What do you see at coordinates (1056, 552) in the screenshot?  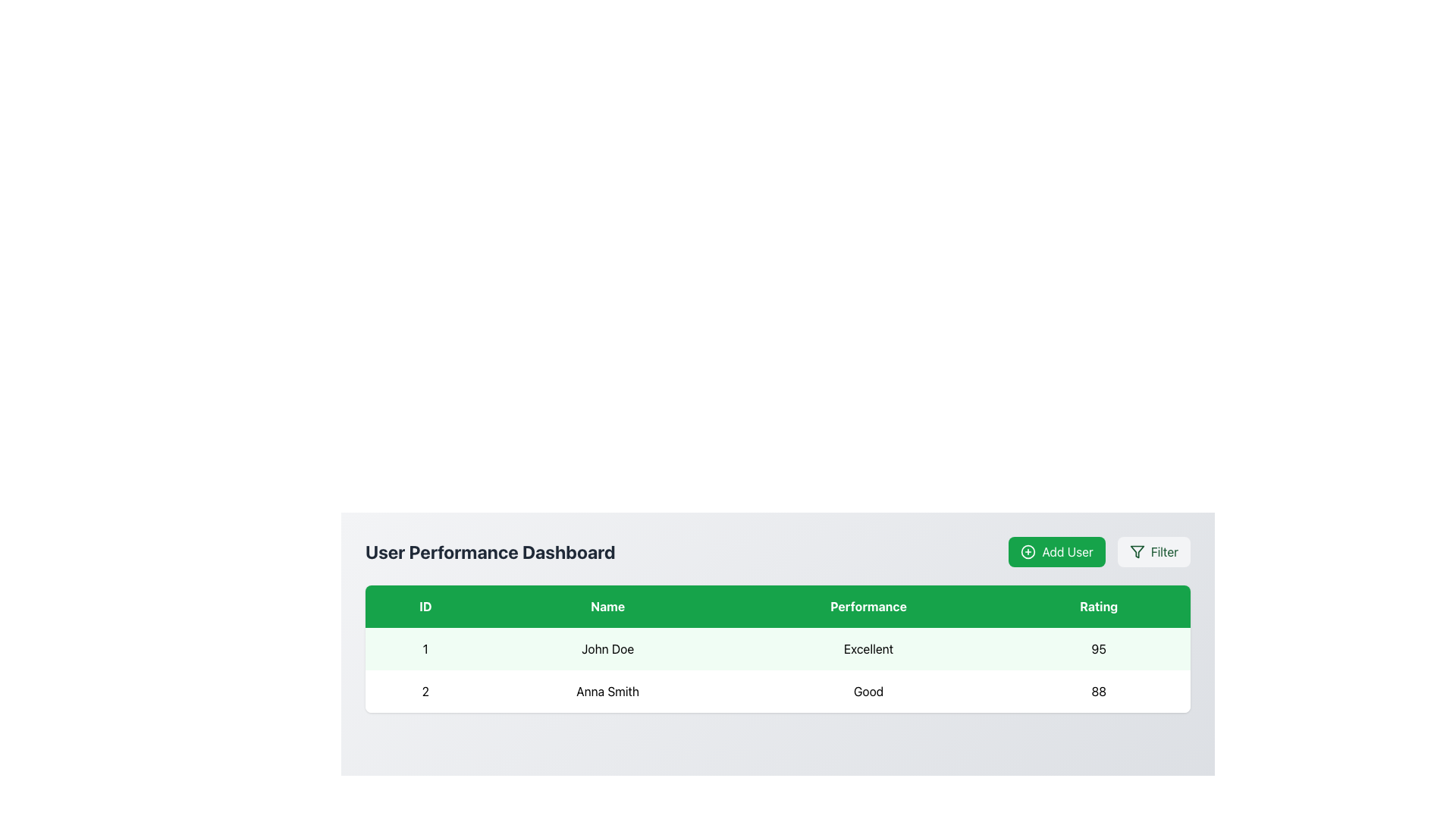 I see `the button that triggers the action for adding a new user, located in the upper right section of the interface` at bounding box center [1056, 552].